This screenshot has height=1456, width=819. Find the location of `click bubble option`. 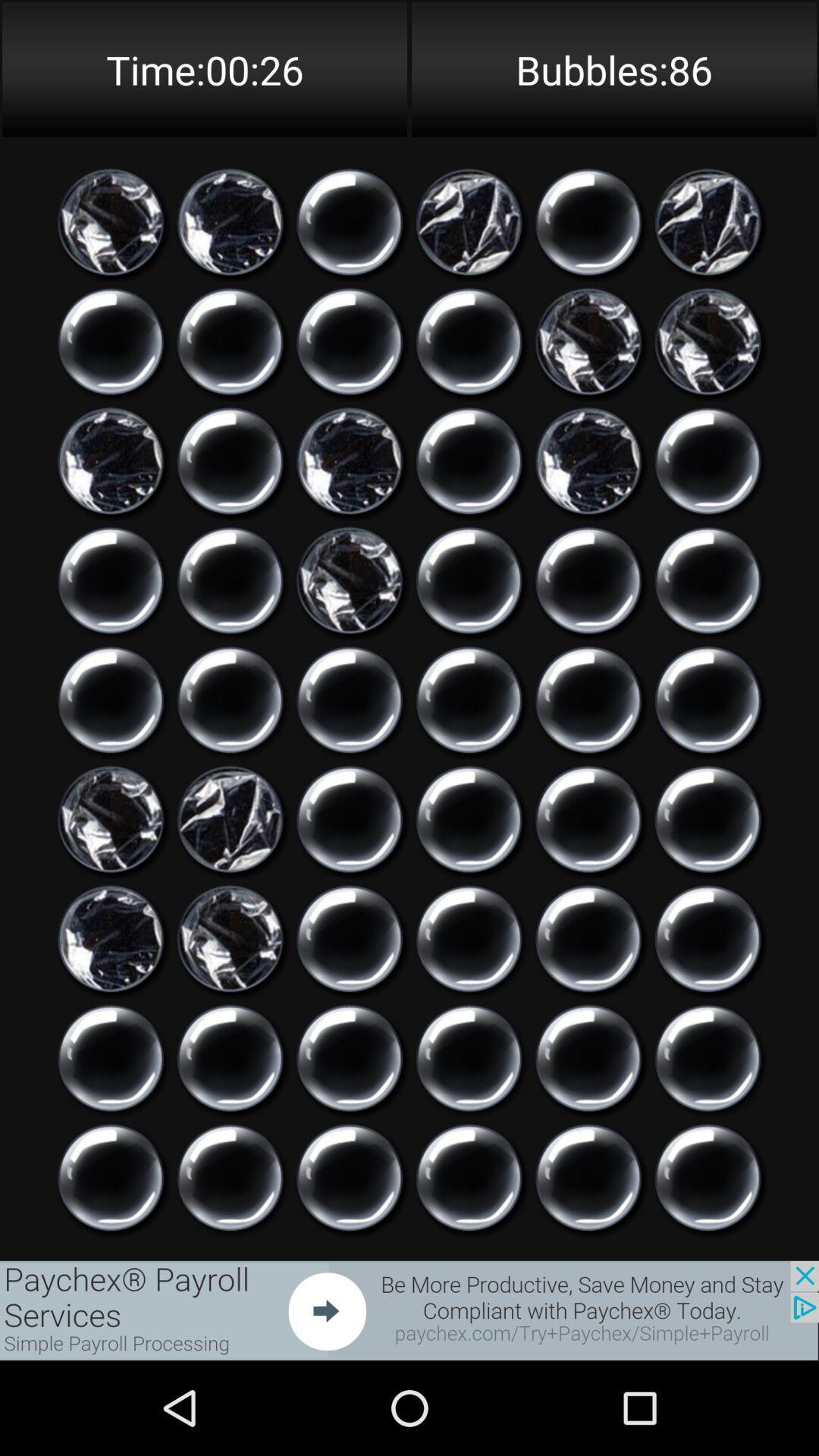

click bubble option is located at coordinates (708, 1177).